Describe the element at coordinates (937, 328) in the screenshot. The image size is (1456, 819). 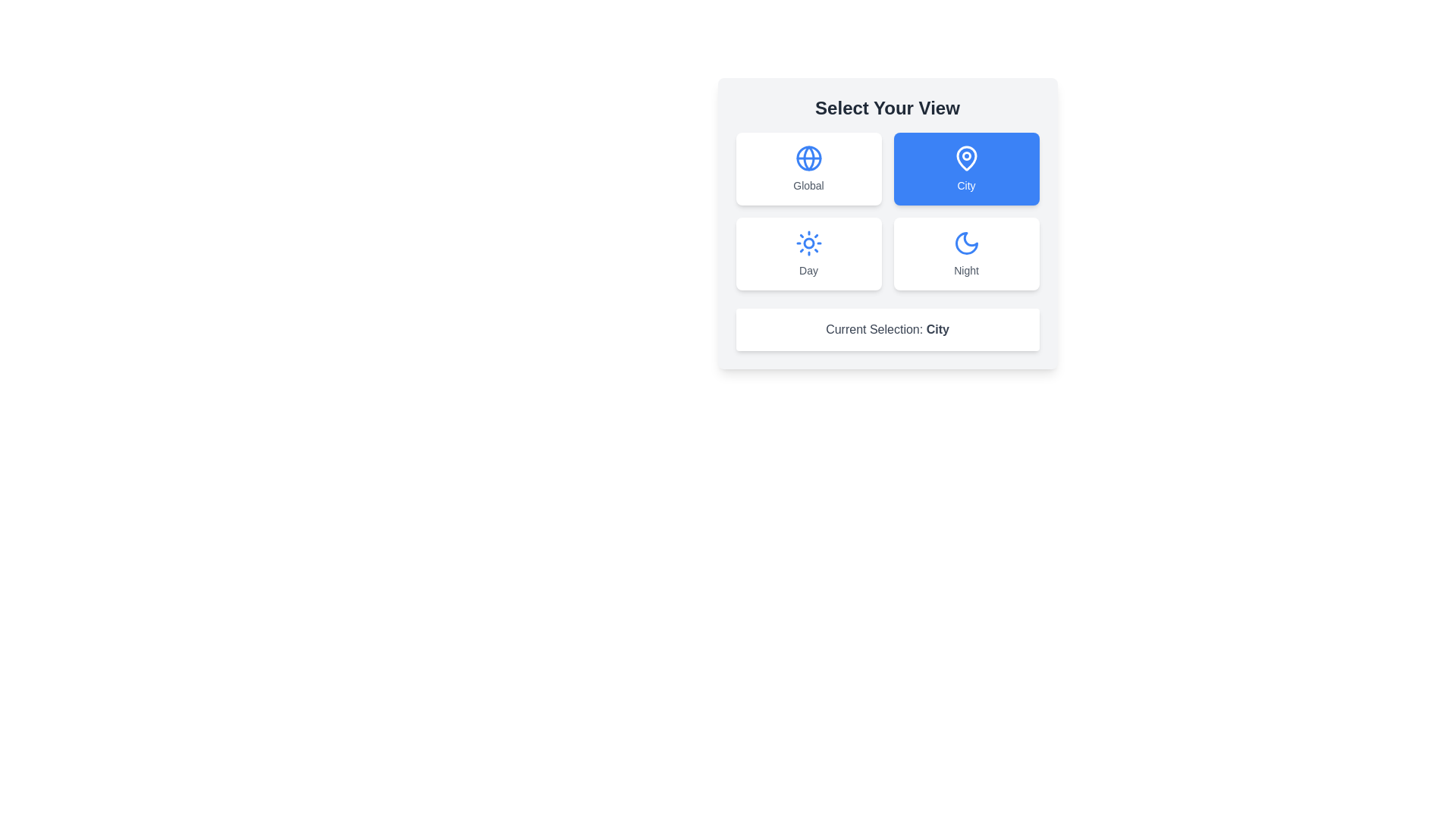
I see `the text label displaying 'City' at the end of the phrase 'Current Selection: City' in dark blue color` at that location.